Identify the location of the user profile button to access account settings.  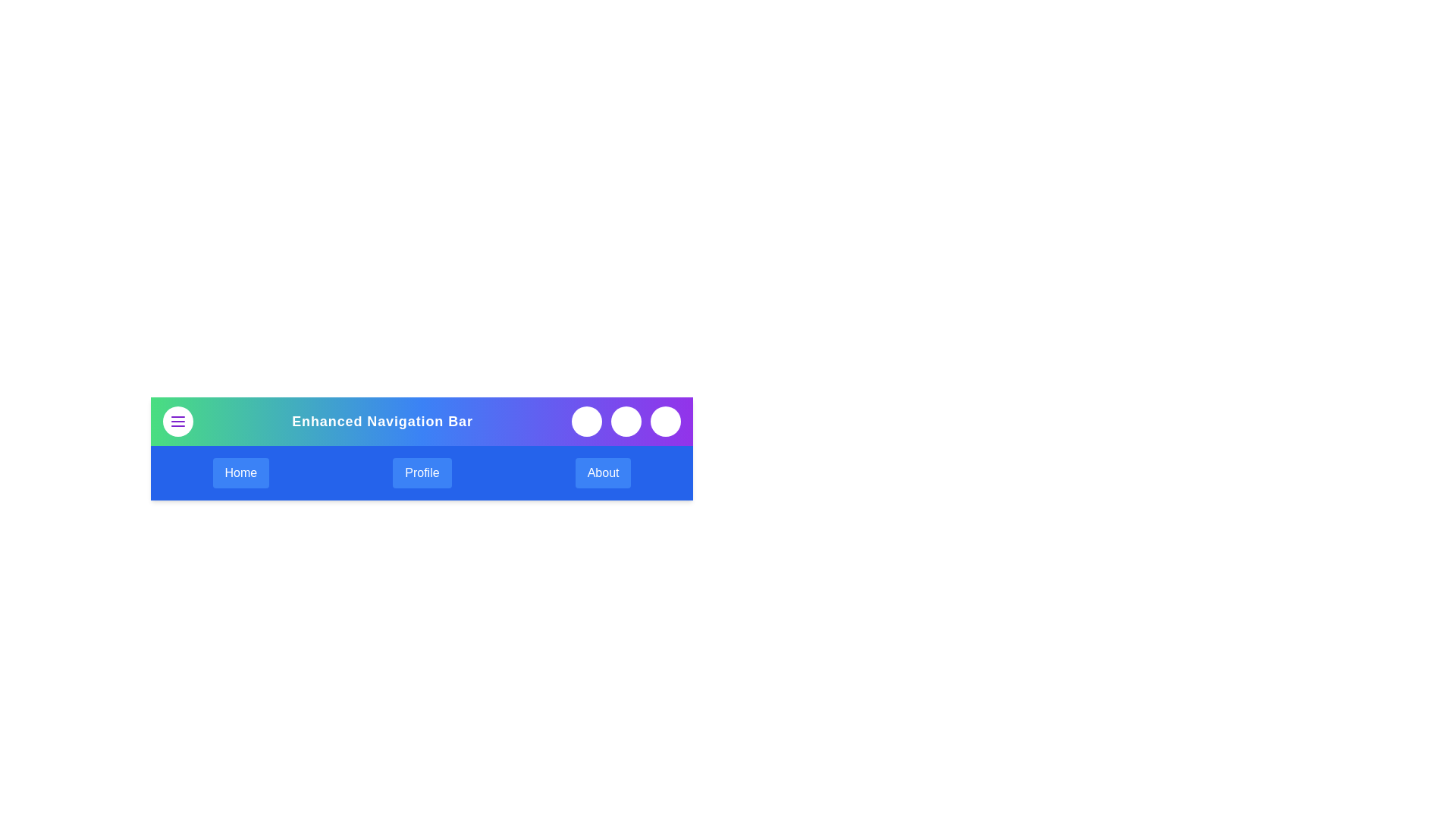
(666, 421).